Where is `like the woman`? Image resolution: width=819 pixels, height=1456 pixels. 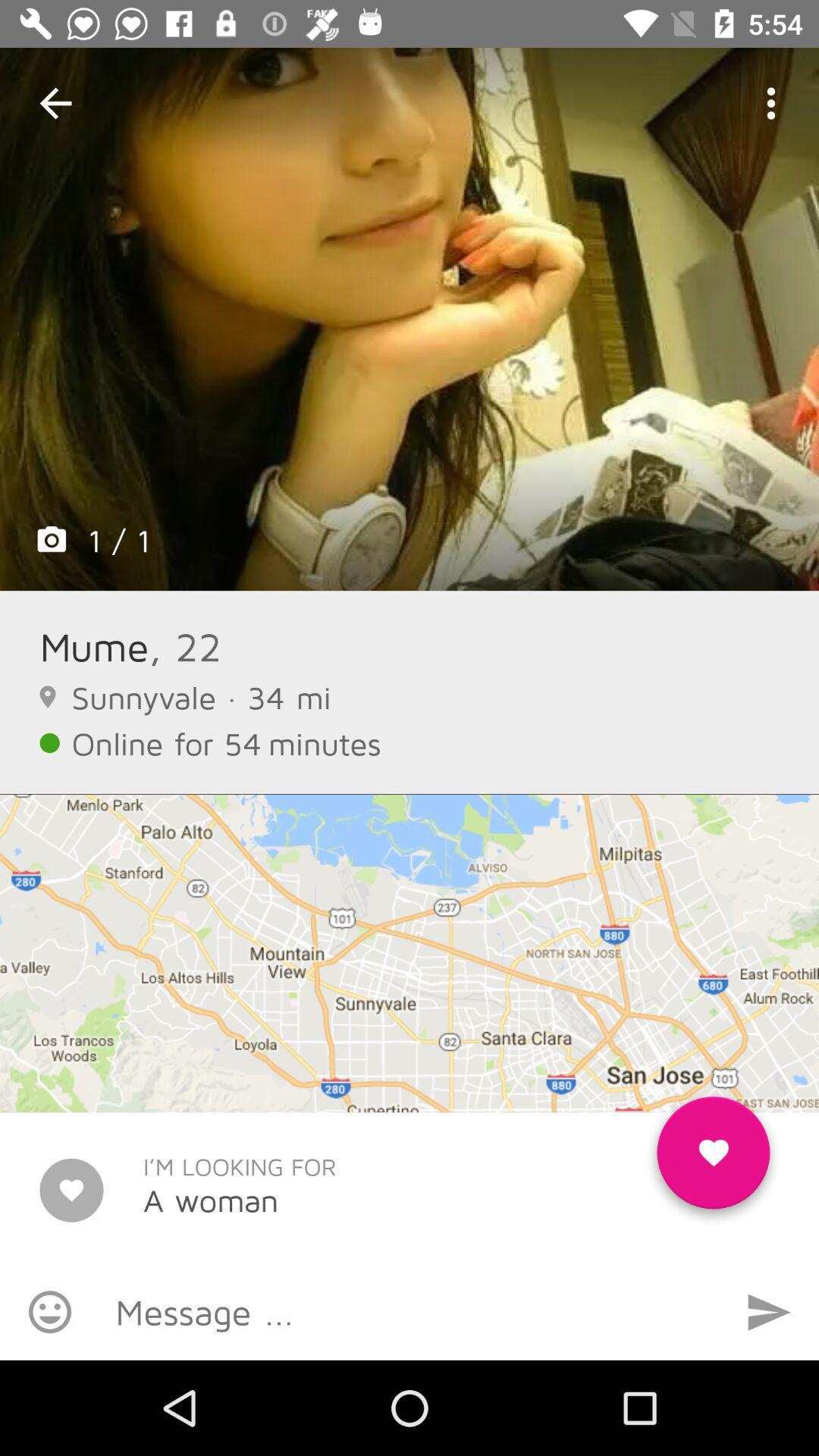
like the woman is located at coordinates (713, 1158).